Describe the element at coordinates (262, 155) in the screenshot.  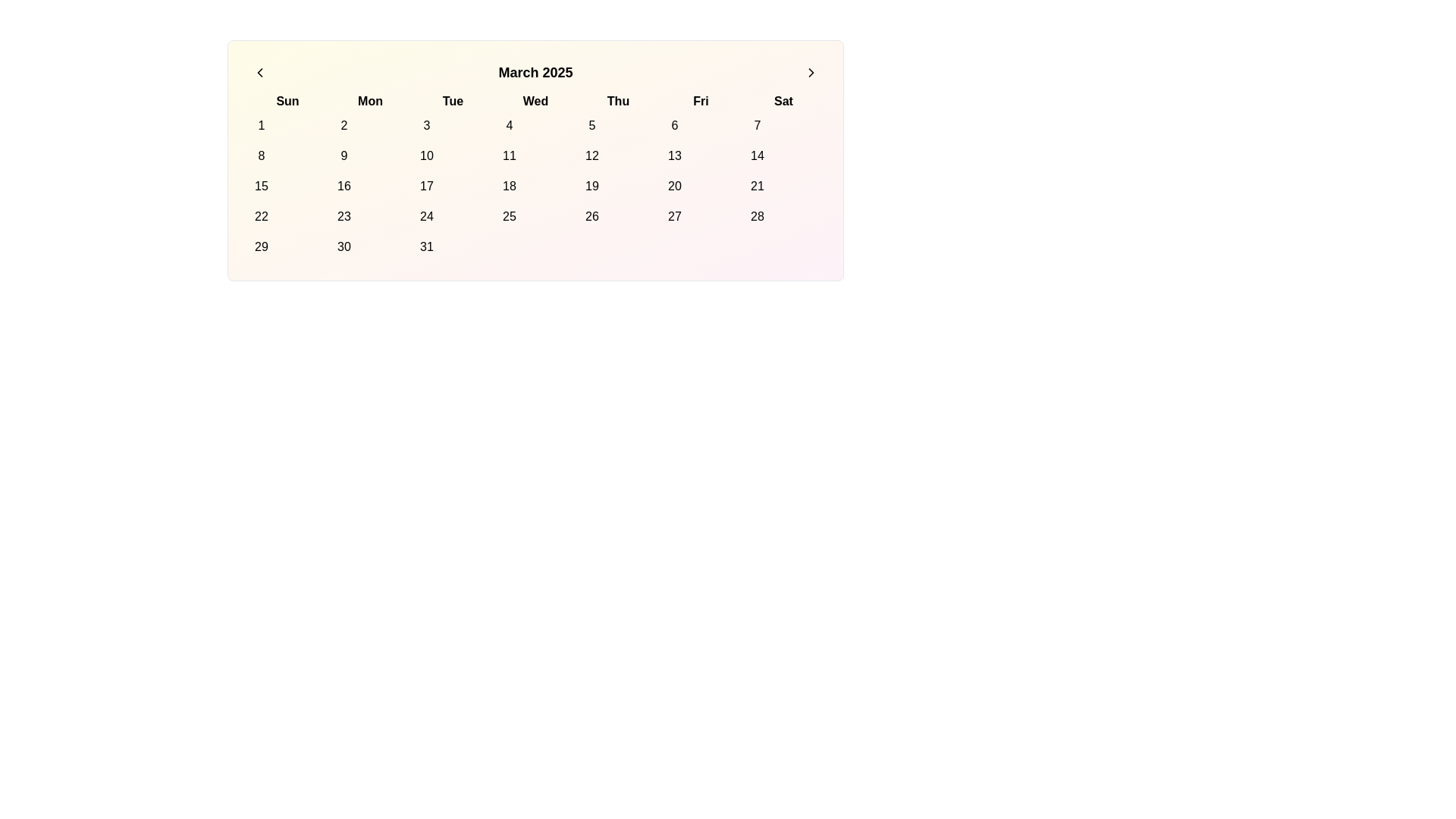
I see `the calendar date button located in the second row and first column under the 'Sun' header` at that location.